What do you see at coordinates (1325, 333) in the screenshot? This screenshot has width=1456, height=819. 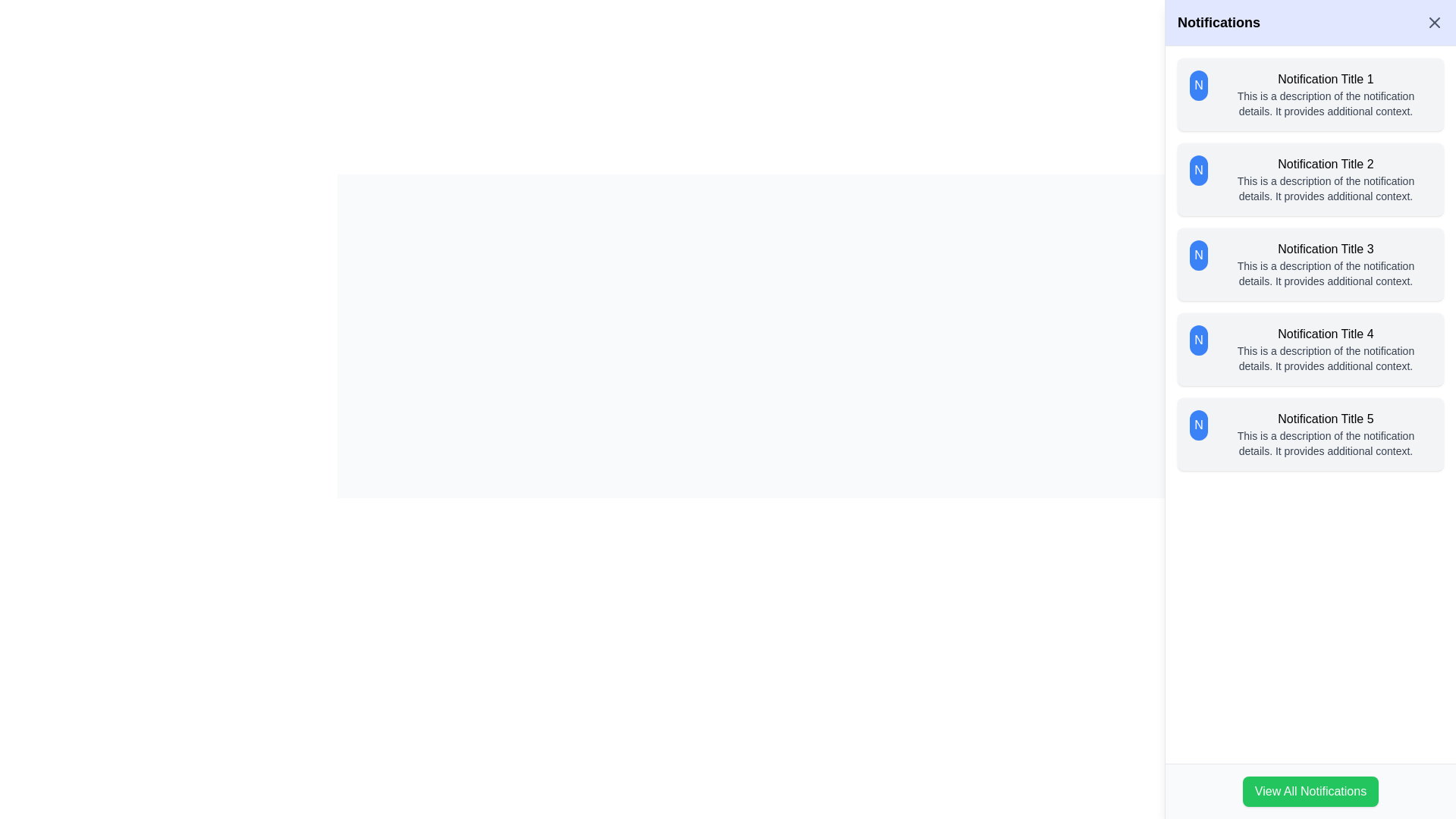 I see `text content of the title in the fourth notification card, which summarizes the main subject of the notification` at bounding box center [1325, 333].